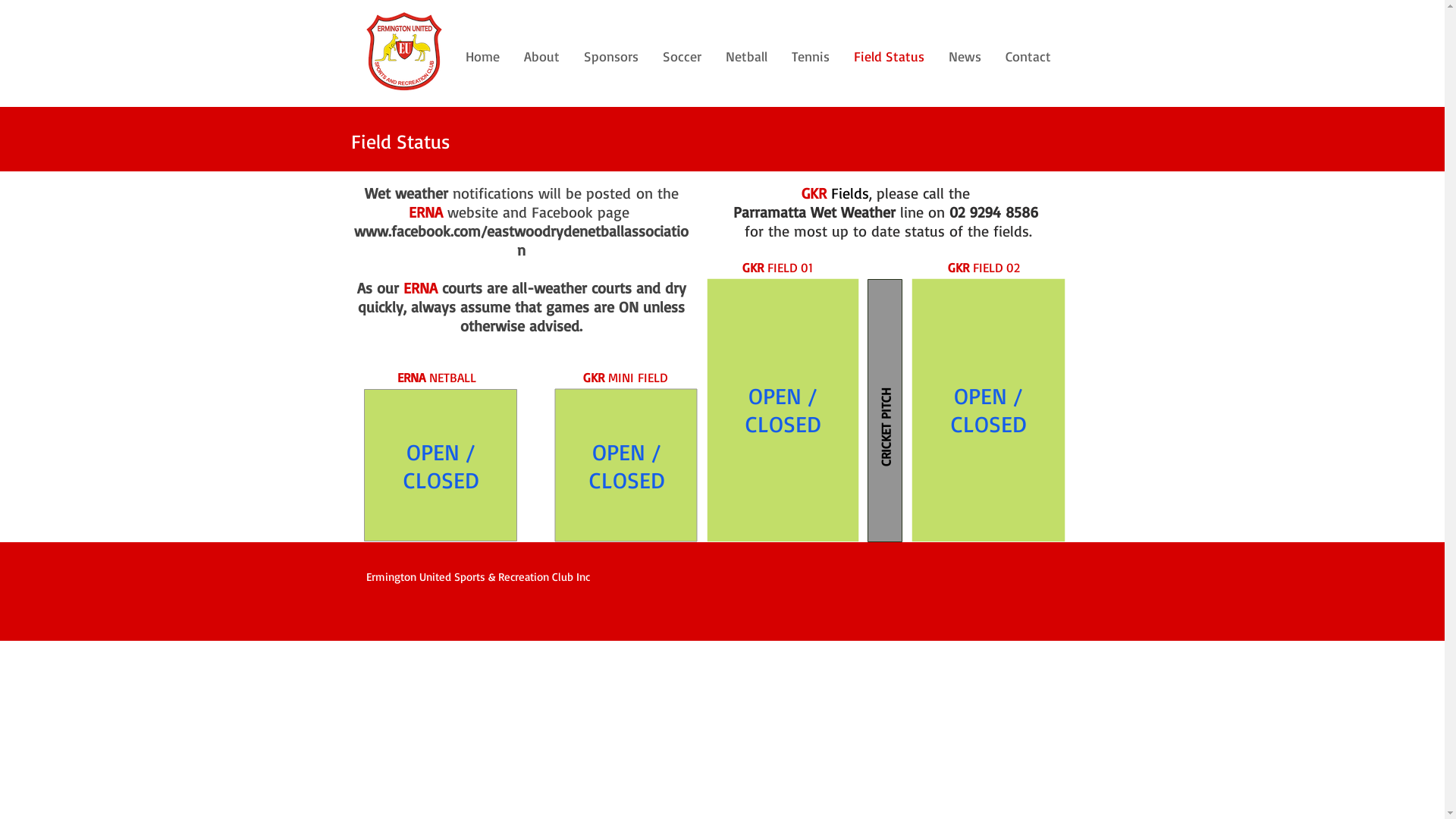 The image size is (1456, 819). What do you see at coordinates (889, 55) in the screenshot?
I see `'Field Status'` at bounding box center [889, 55].